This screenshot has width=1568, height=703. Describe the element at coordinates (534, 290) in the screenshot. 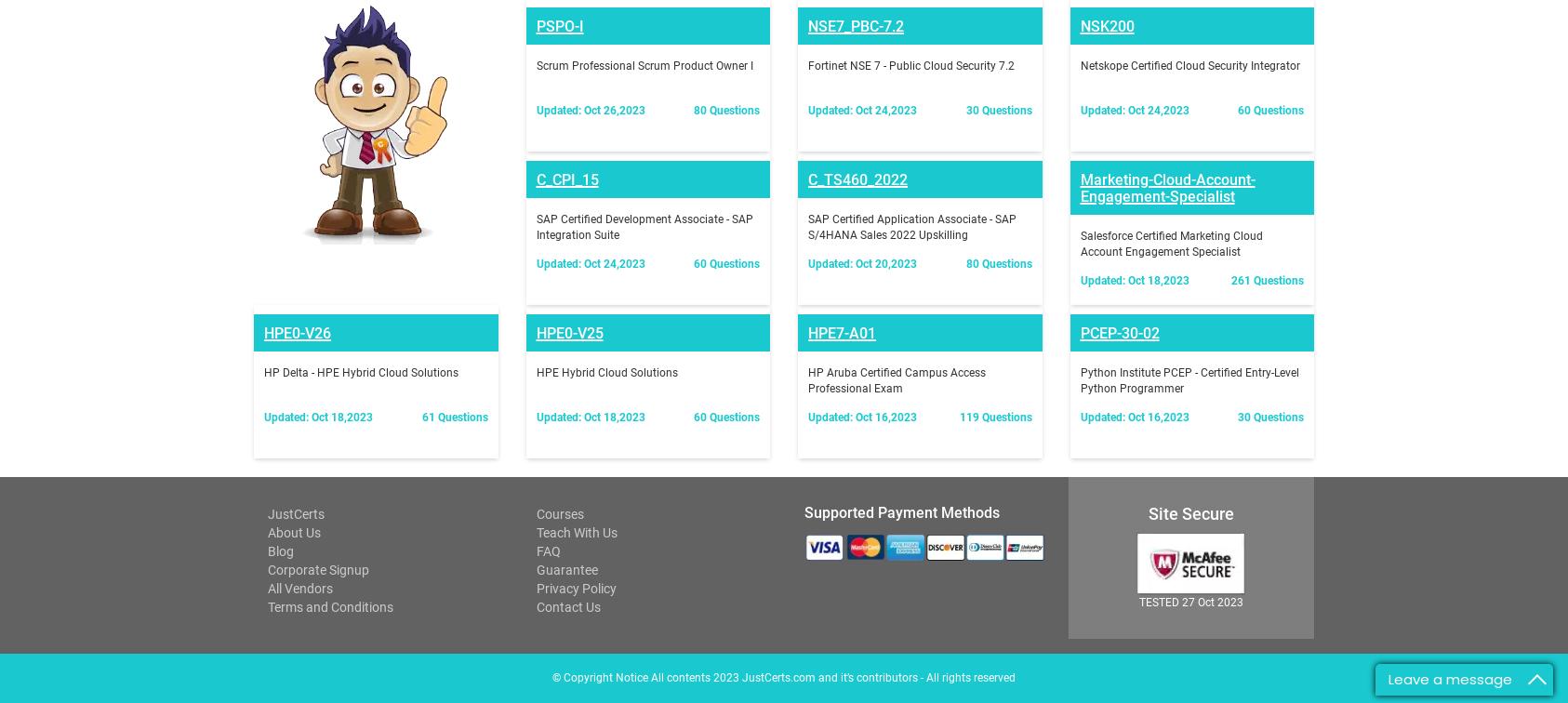

I see `'Teach With Us'` at that location.